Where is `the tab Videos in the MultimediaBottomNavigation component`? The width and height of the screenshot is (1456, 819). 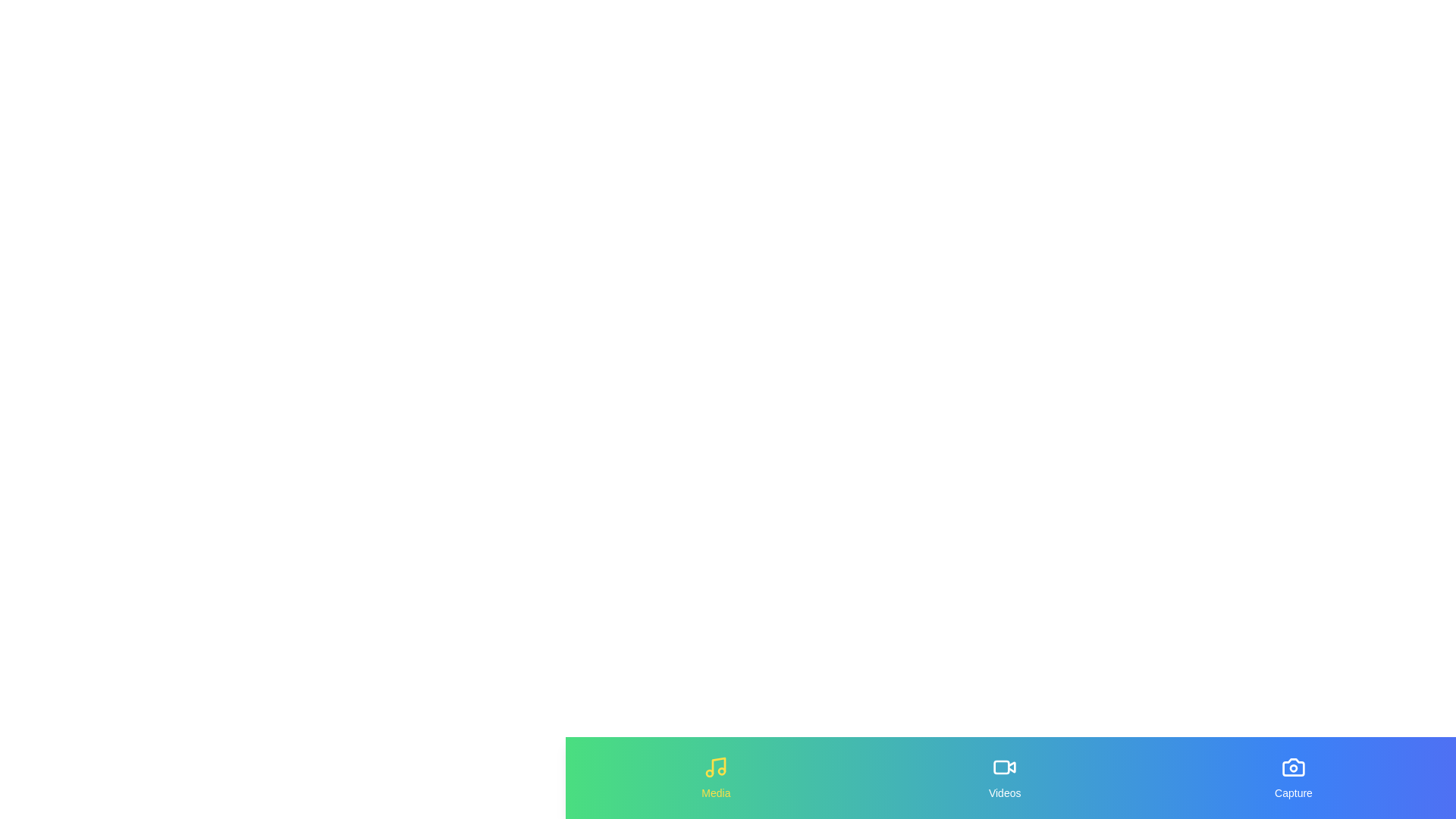
the tab Videos in the MultimediaBottomNavigation component is located at coordinates (1005, 778).